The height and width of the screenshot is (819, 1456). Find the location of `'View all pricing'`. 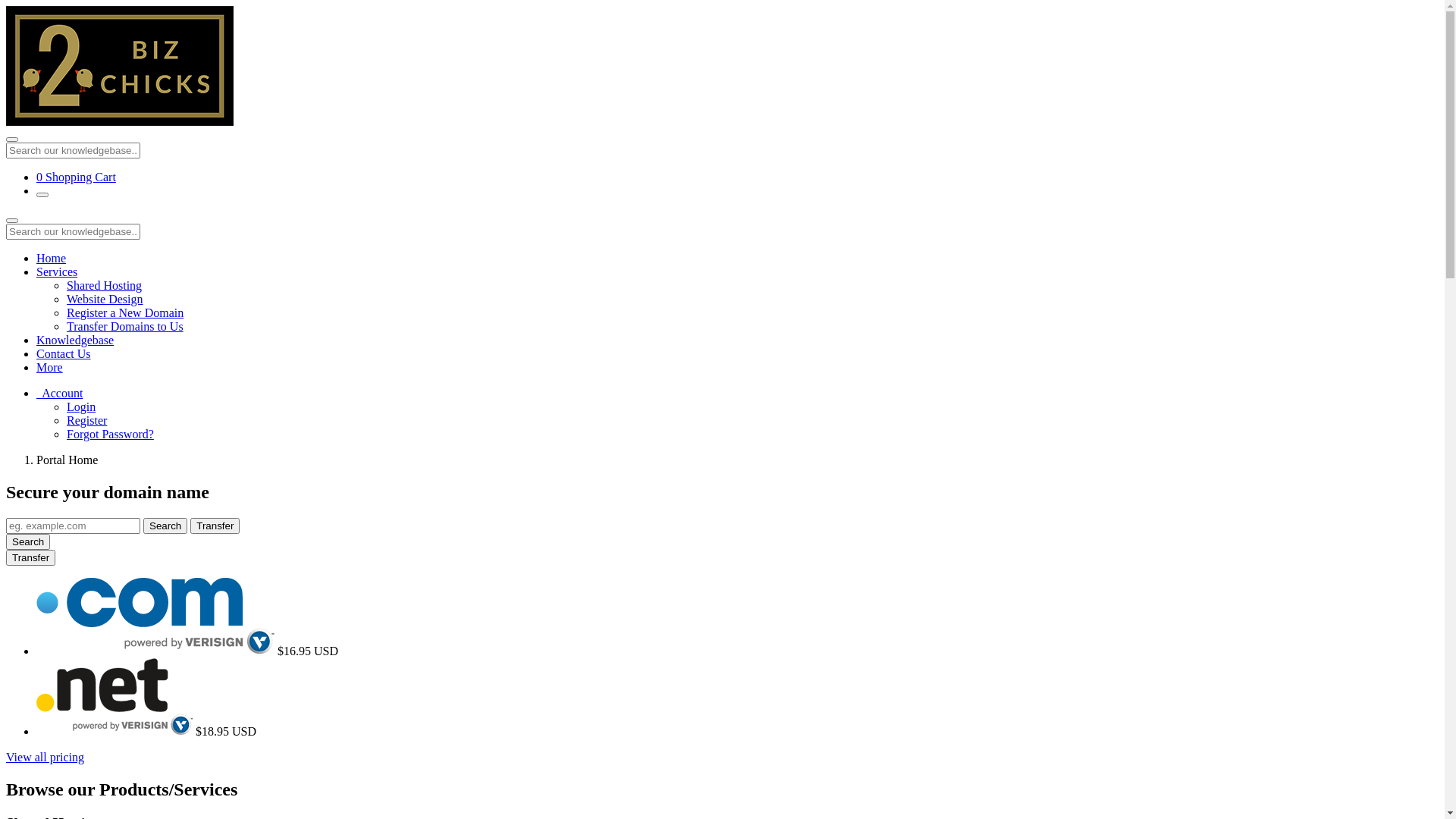

'View all pricing' is located at coordinates (6, 757).